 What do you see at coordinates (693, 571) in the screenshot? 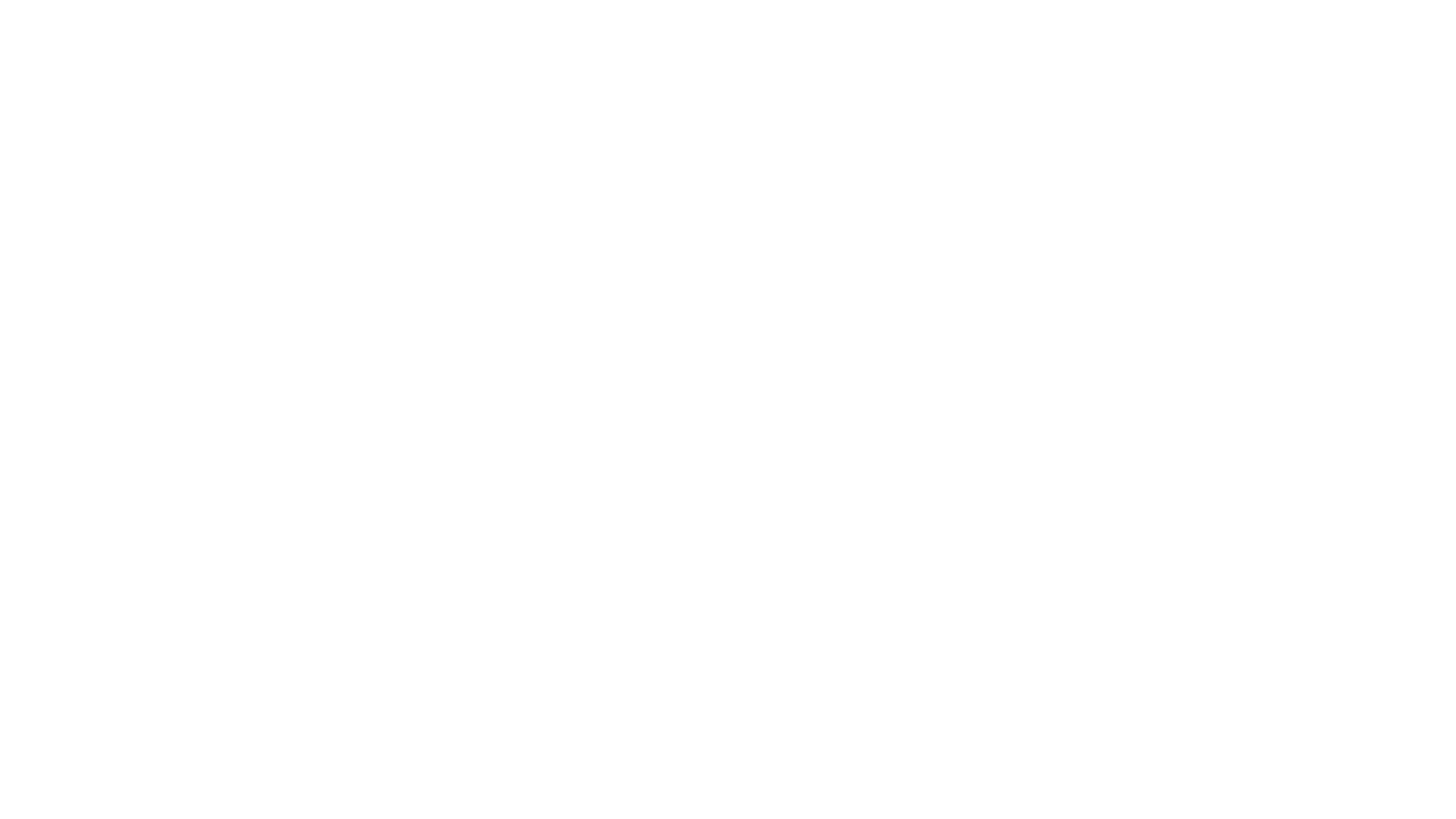
I see `Add to Favorite tracks` at bounding box center [693, 571].